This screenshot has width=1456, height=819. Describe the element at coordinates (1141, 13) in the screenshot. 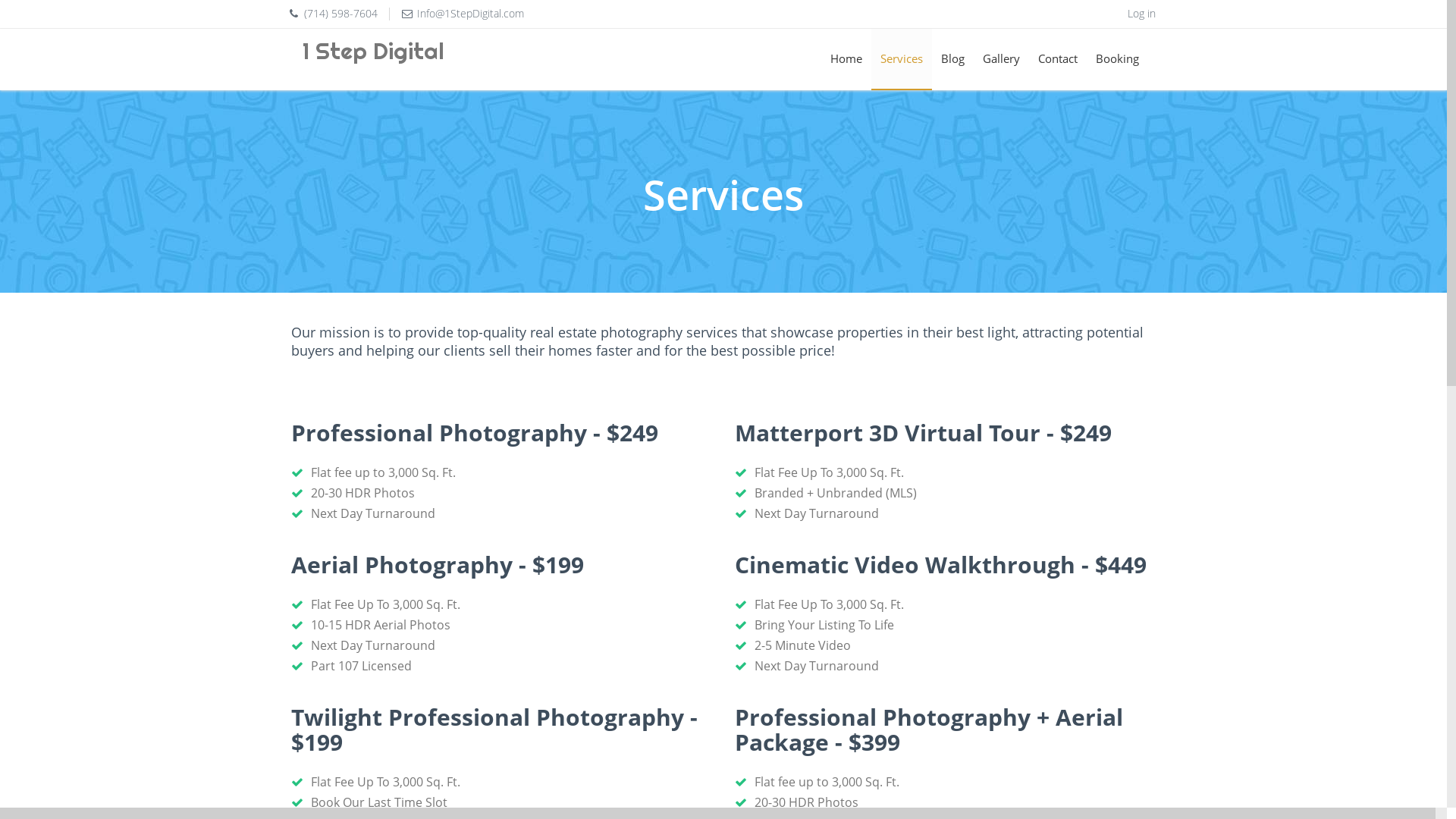

I see `'Log in'` at that location.